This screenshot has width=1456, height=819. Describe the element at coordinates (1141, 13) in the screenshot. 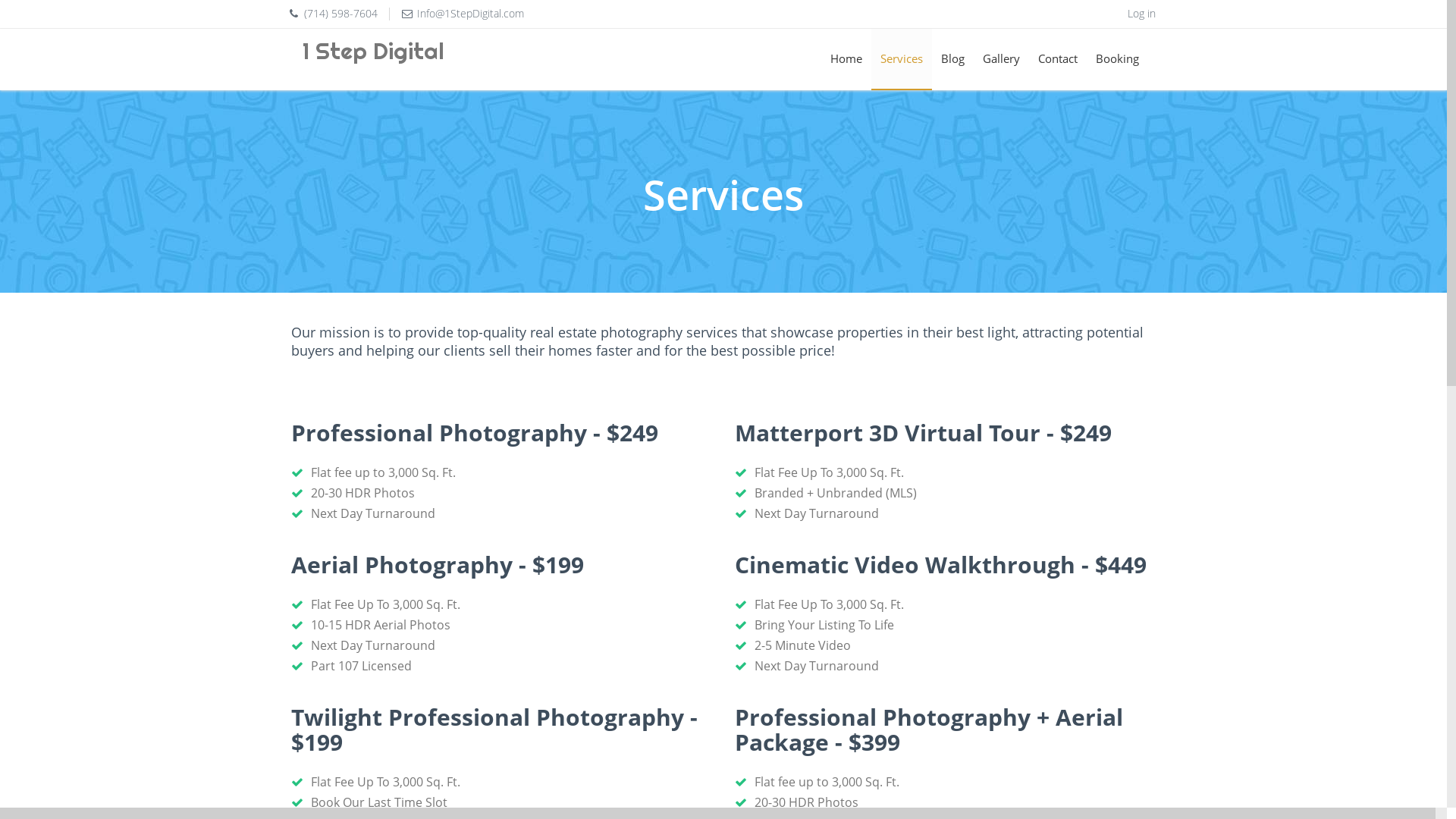

I see `'Log in'` at that location.